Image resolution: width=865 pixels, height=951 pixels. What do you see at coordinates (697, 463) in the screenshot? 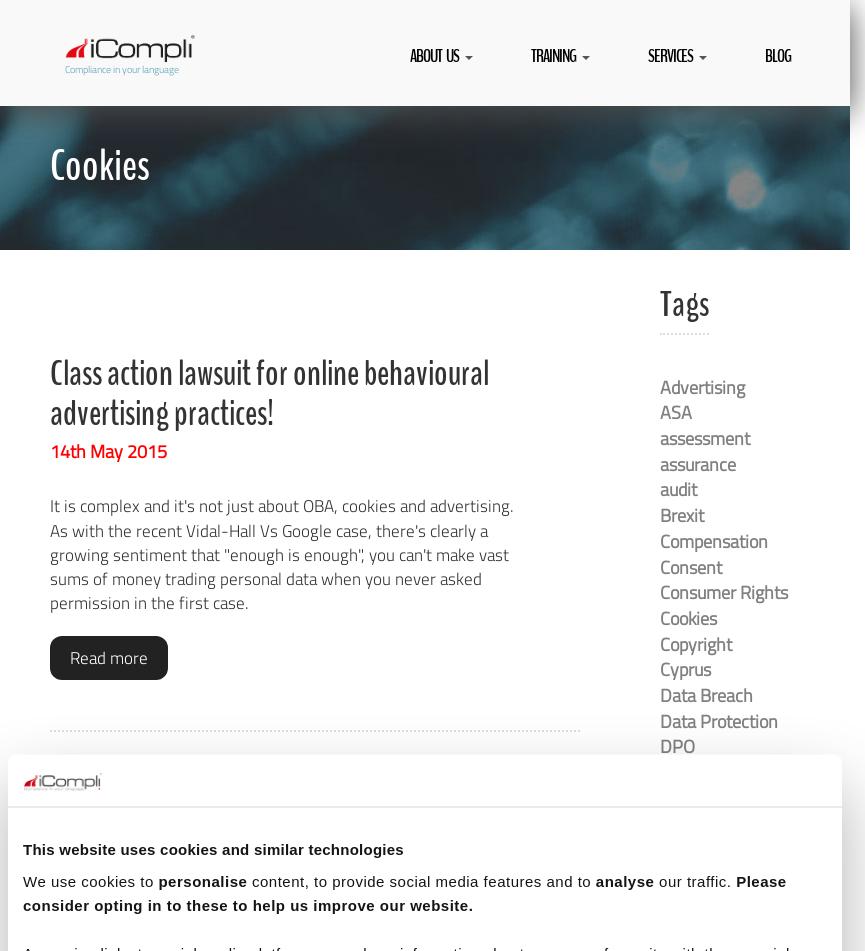
I see `'assurance'` at bounding box center [697, 463].